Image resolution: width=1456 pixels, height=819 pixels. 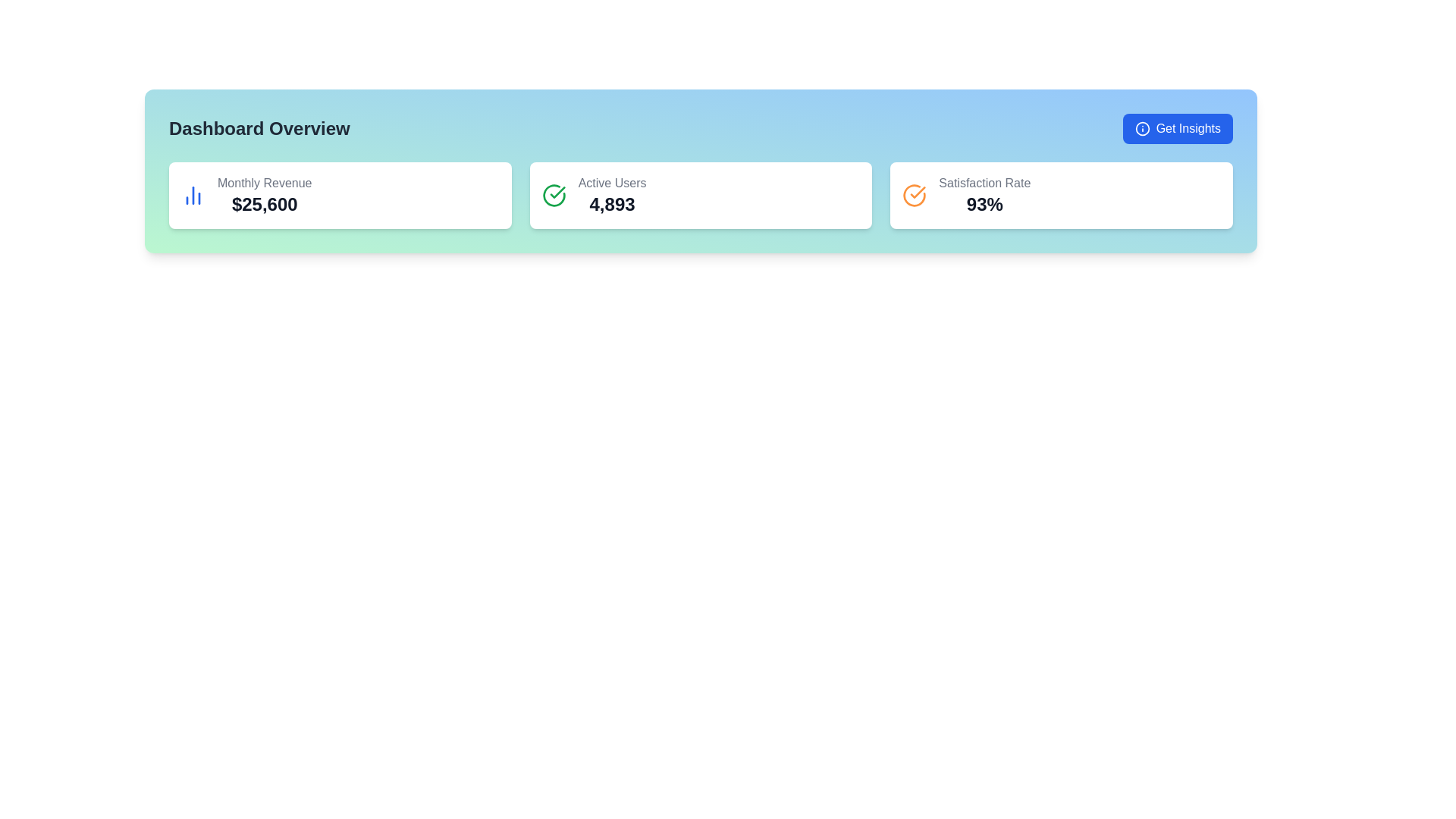 I want to click on the status indicator icon located to the left of the 'Active Users' text in the second card from the left on the dashboard, so click(x=557, y=192).